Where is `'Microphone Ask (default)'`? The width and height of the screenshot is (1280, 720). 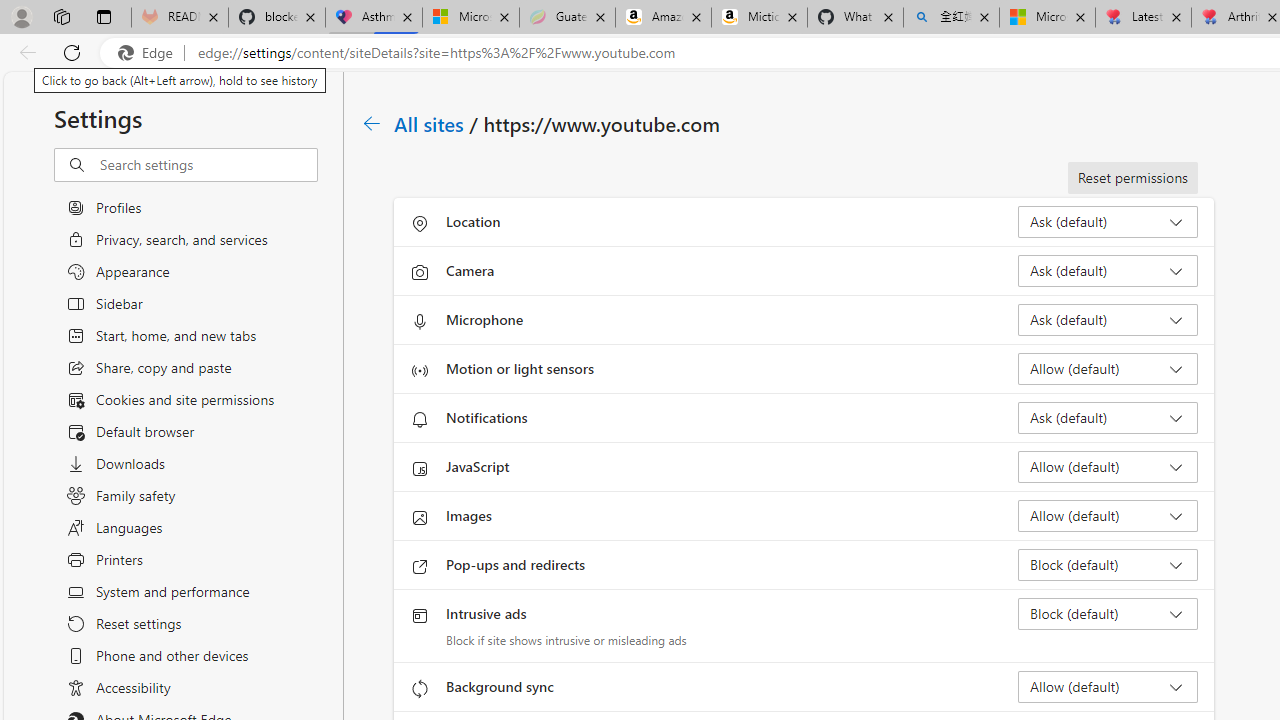 'Microphone Ask (default)' is located at coordinates (1106, 319).